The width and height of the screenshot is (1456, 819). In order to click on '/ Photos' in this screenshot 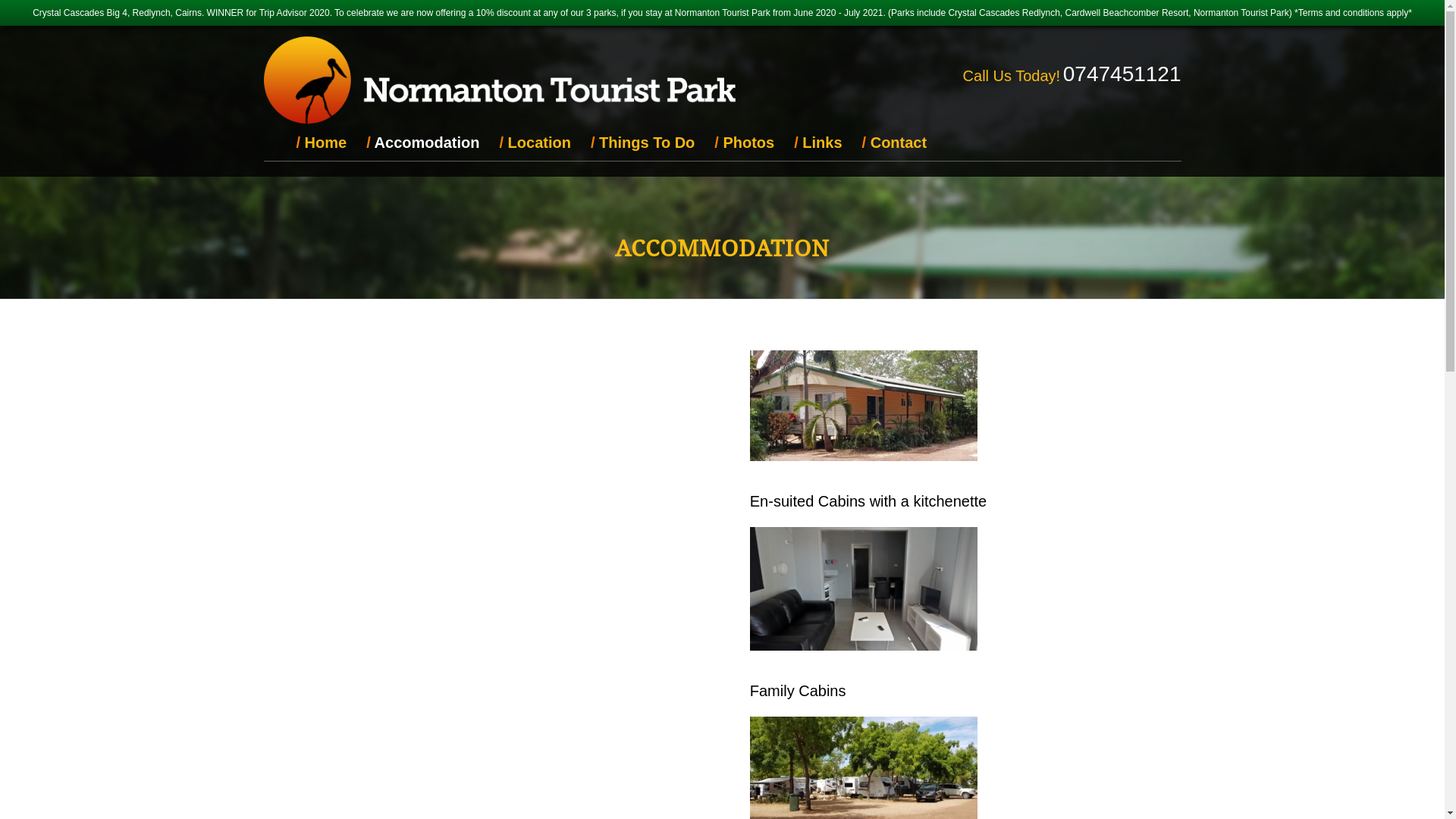, I will do `click(744, 143)`.